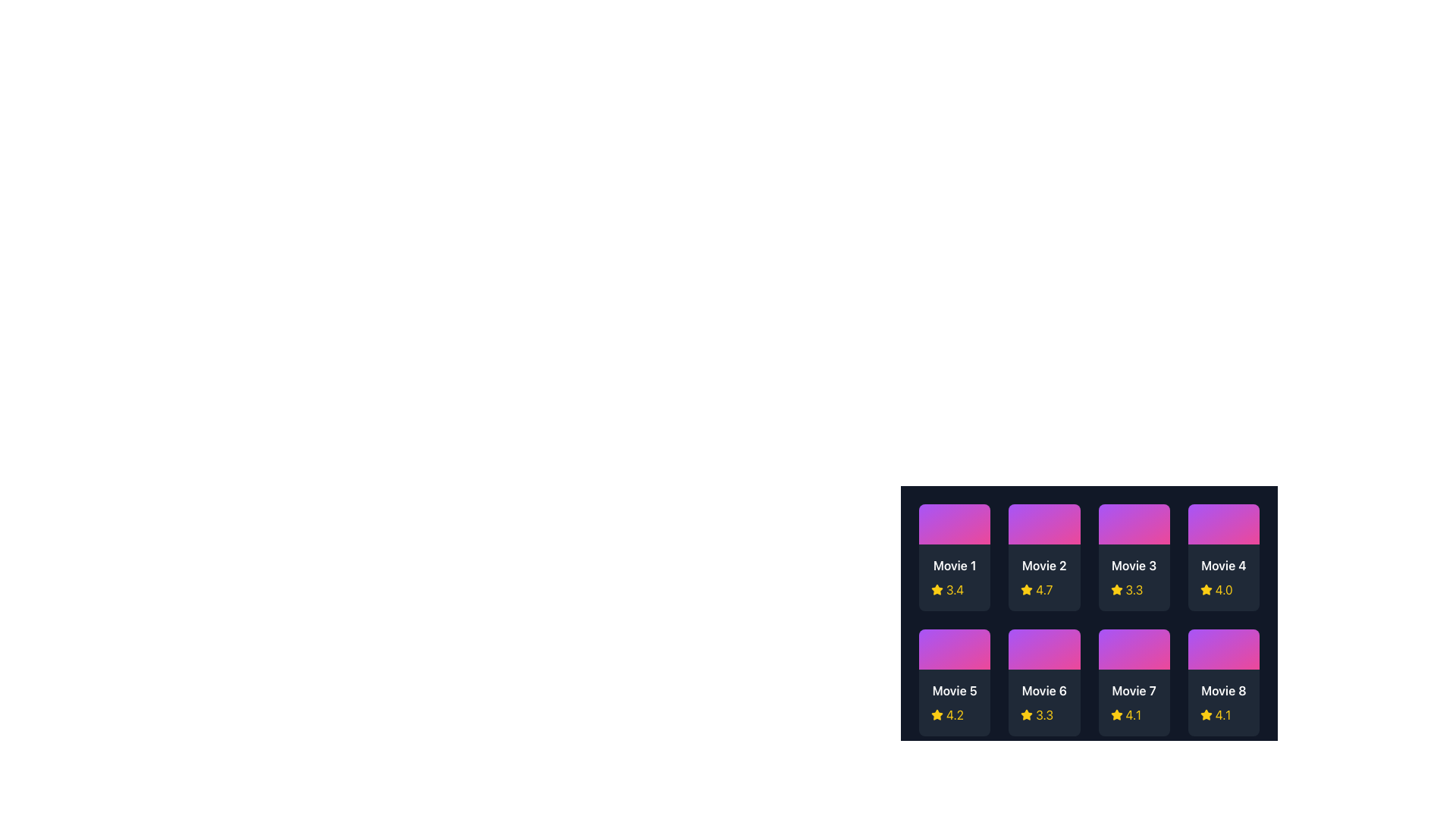  I want to click on the static text label displaying the numerical rating of the second movie in the grid layout, which is positioned immediately to the right of the star icon, so click(1043, 589).